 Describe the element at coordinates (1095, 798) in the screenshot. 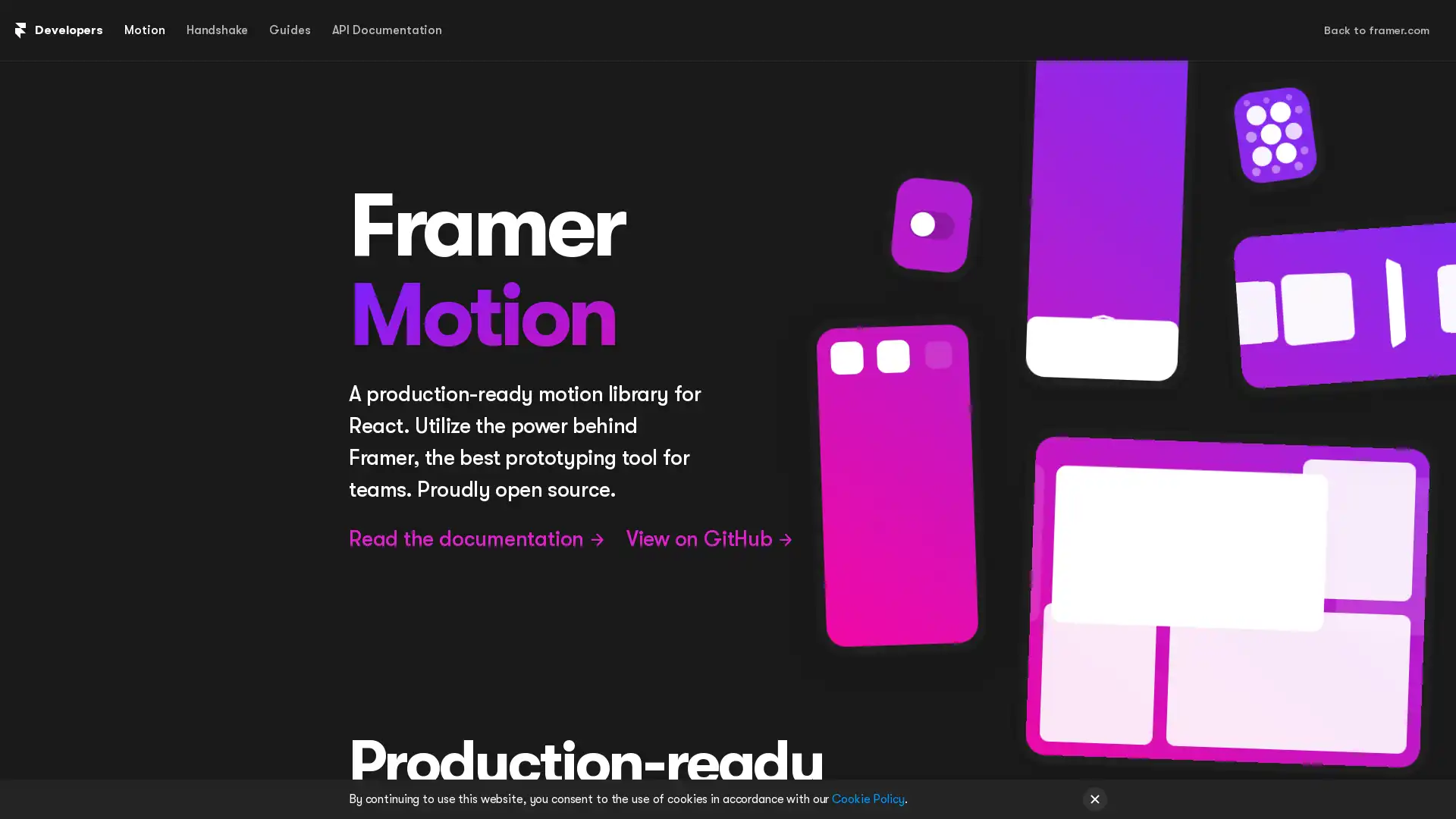

I see `close` at that location.